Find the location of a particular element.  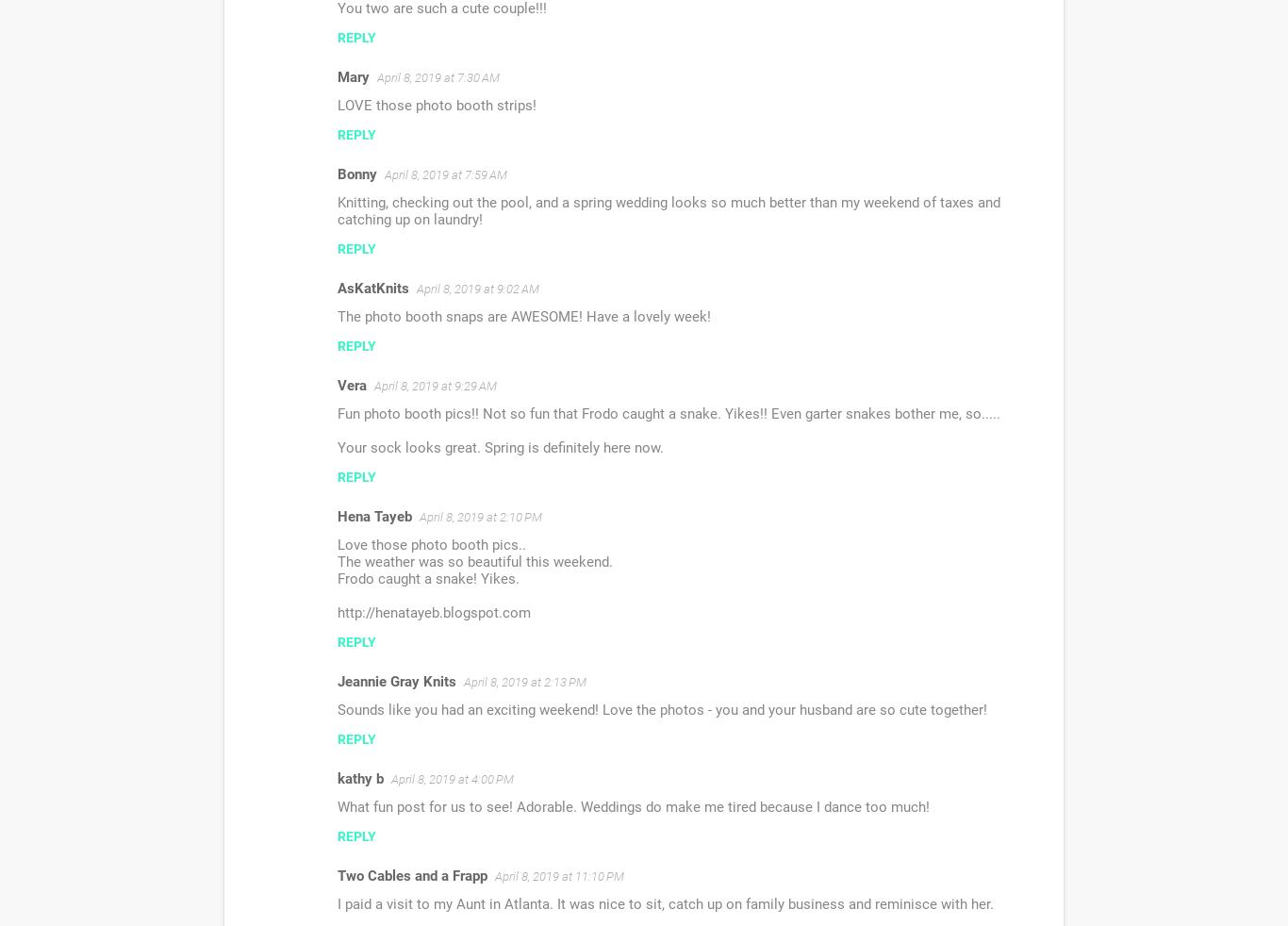

'Your sock looks great.  Spring is definitely here now.' is located at coordinates (500, 447).